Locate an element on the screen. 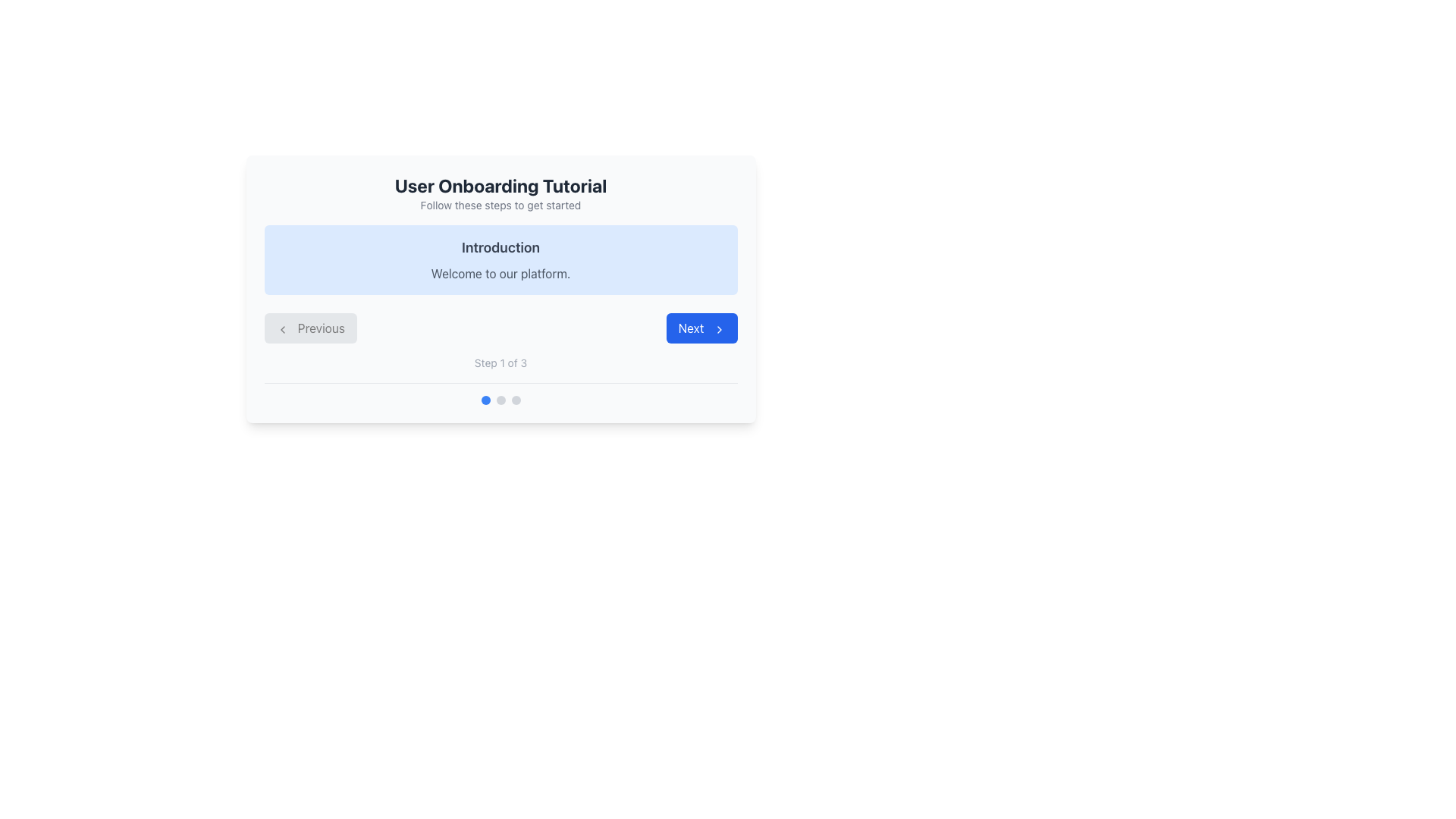  the main title text element for the user onboarding tutorial page, which serves as an introduction to subsequent content is located at coordinates (500, 185).